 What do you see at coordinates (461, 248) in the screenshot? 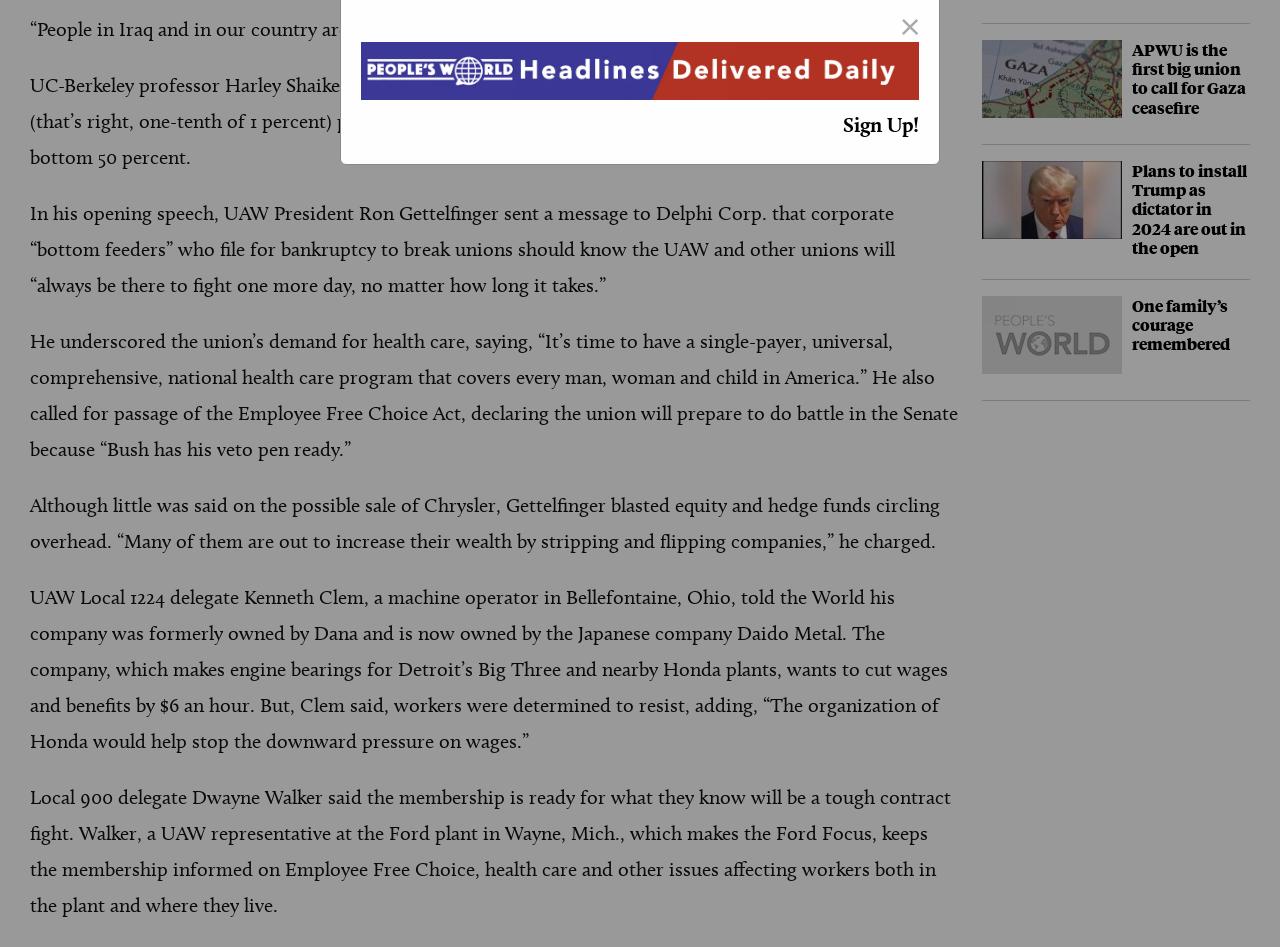
I see `'In his opening speech, UAW President Ron Gettelfinger sent a message to Delphi Corp. that corporate “bottom feeders” who file for bankruptcy to break unions should know the UAW and other unions will “always be there to fight one more day, no matter how long it takes.”'` at bounding box center [461, 248].